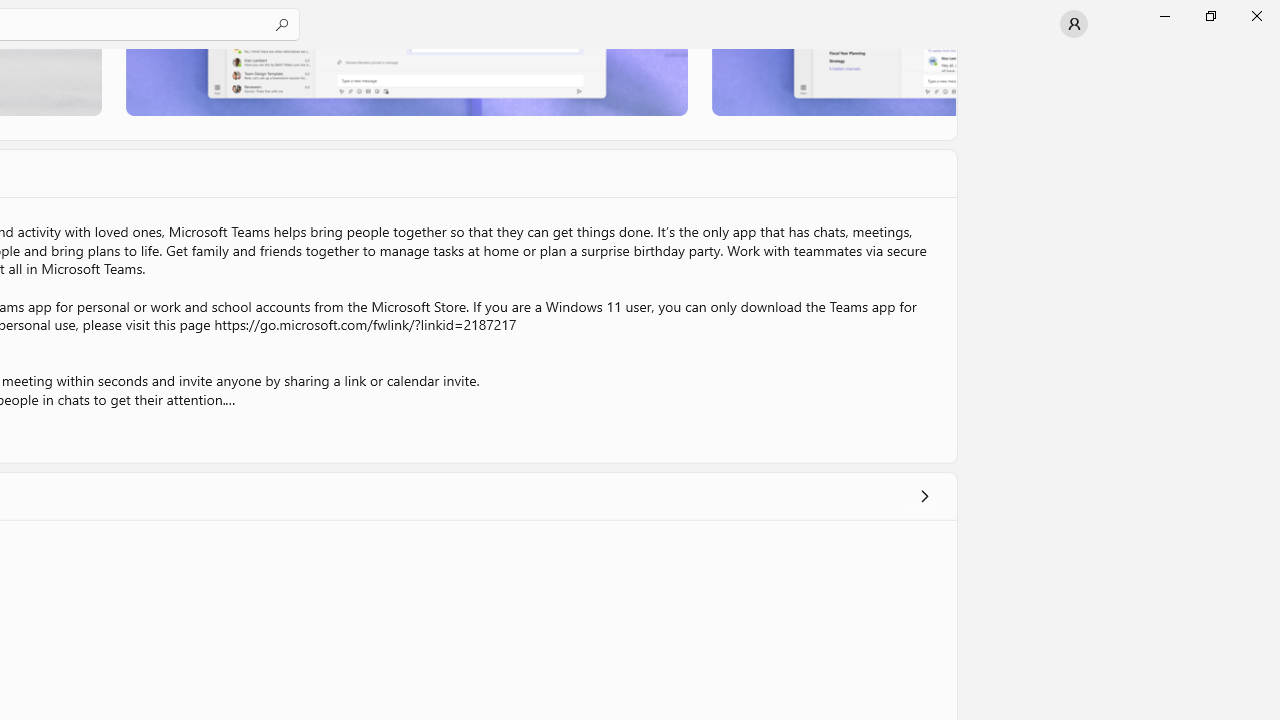 The image size is (1280, 720). What do you see at coordinates (833, 81) in the screenshot?
I see `'Screenshot 3'` at bounding box center [833, 81].